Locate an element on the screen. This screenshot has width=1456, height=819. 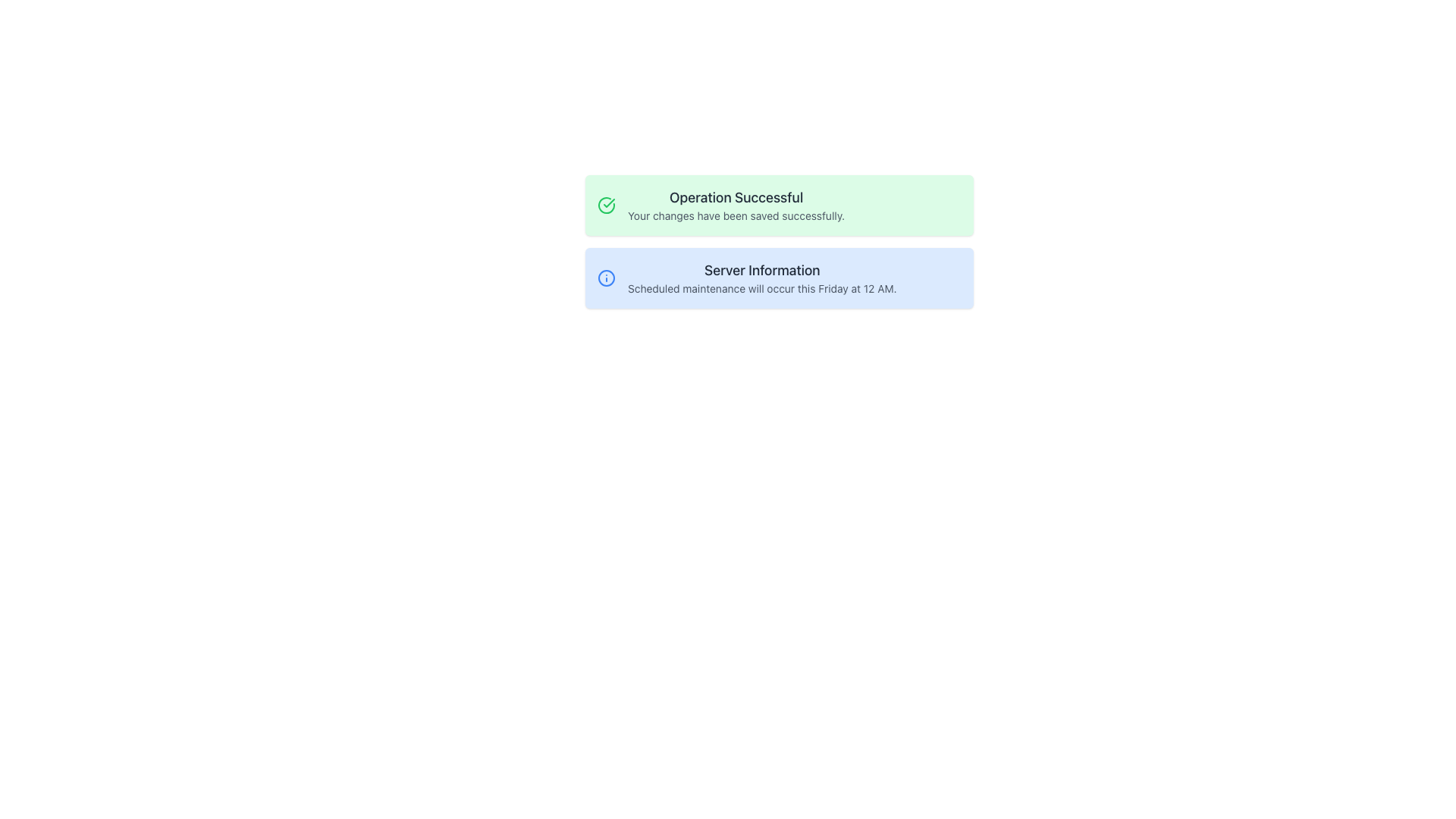
the status icon that indicates a successful operation, located in the green notification panel, next to the texts 'Operation Successful' and 'Your changes have been saved successfully.' is located at coordinates (607, 205).